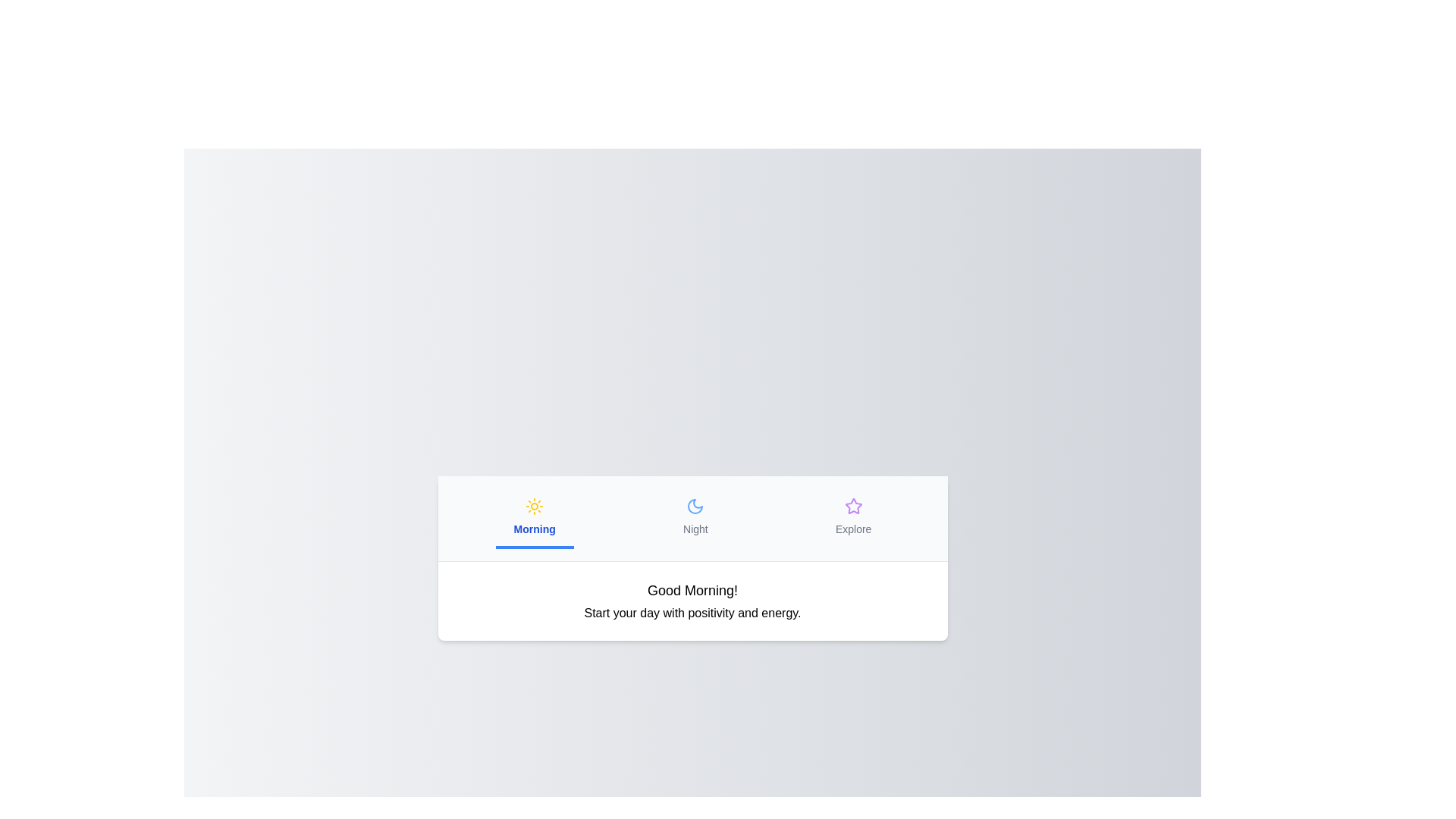 The image size is (1456, 819). Describe the element at coordinates (695, 517) in the screenshot. I see `the tab labeled Night to switch to its content` at that location.